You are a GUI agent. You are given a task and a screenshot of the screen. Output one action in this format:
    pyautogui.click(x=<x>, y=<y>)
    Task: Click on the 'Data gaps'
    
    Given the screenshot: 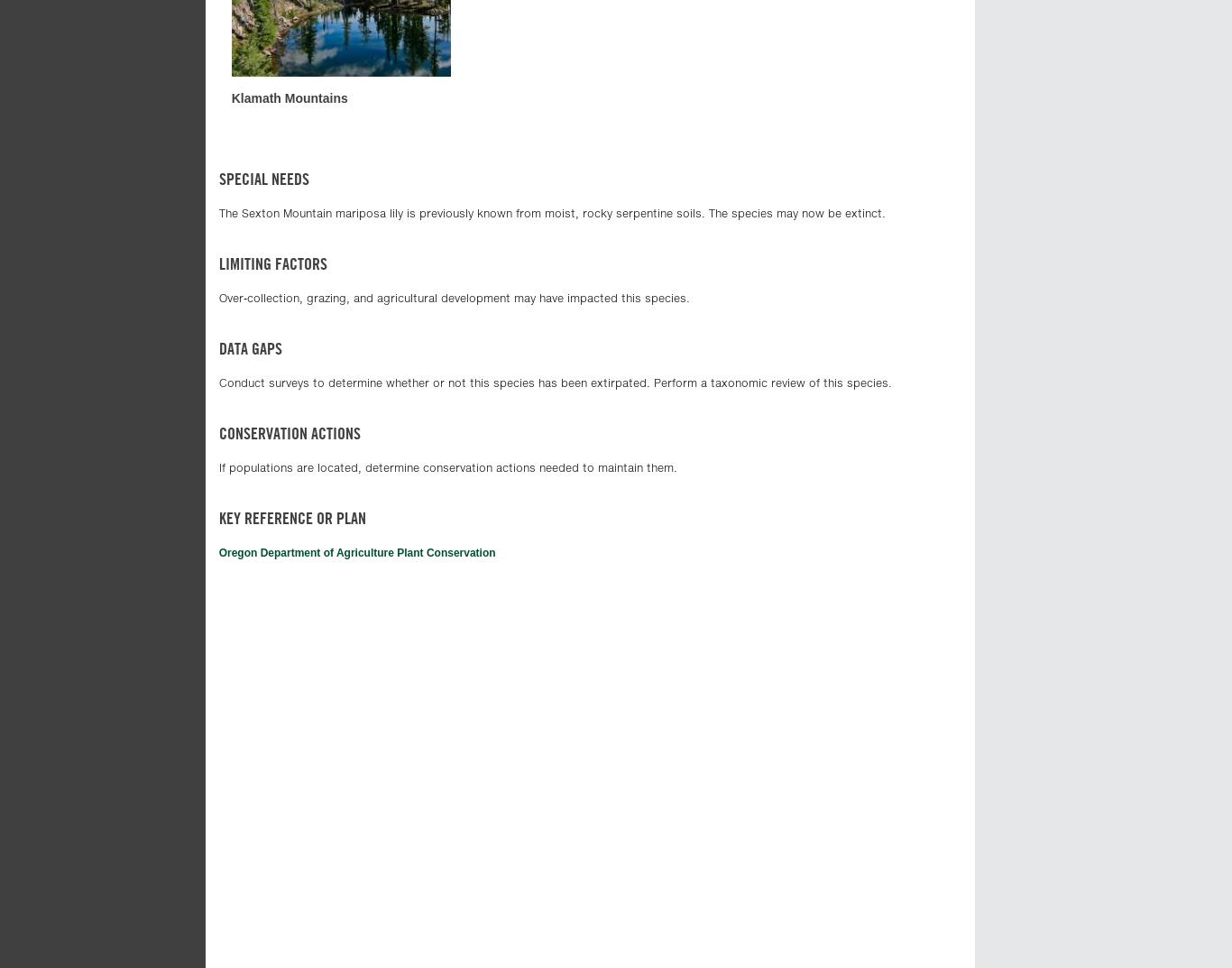 What is the action you would take?
    pyautogui.click(x=218, y=346)
    